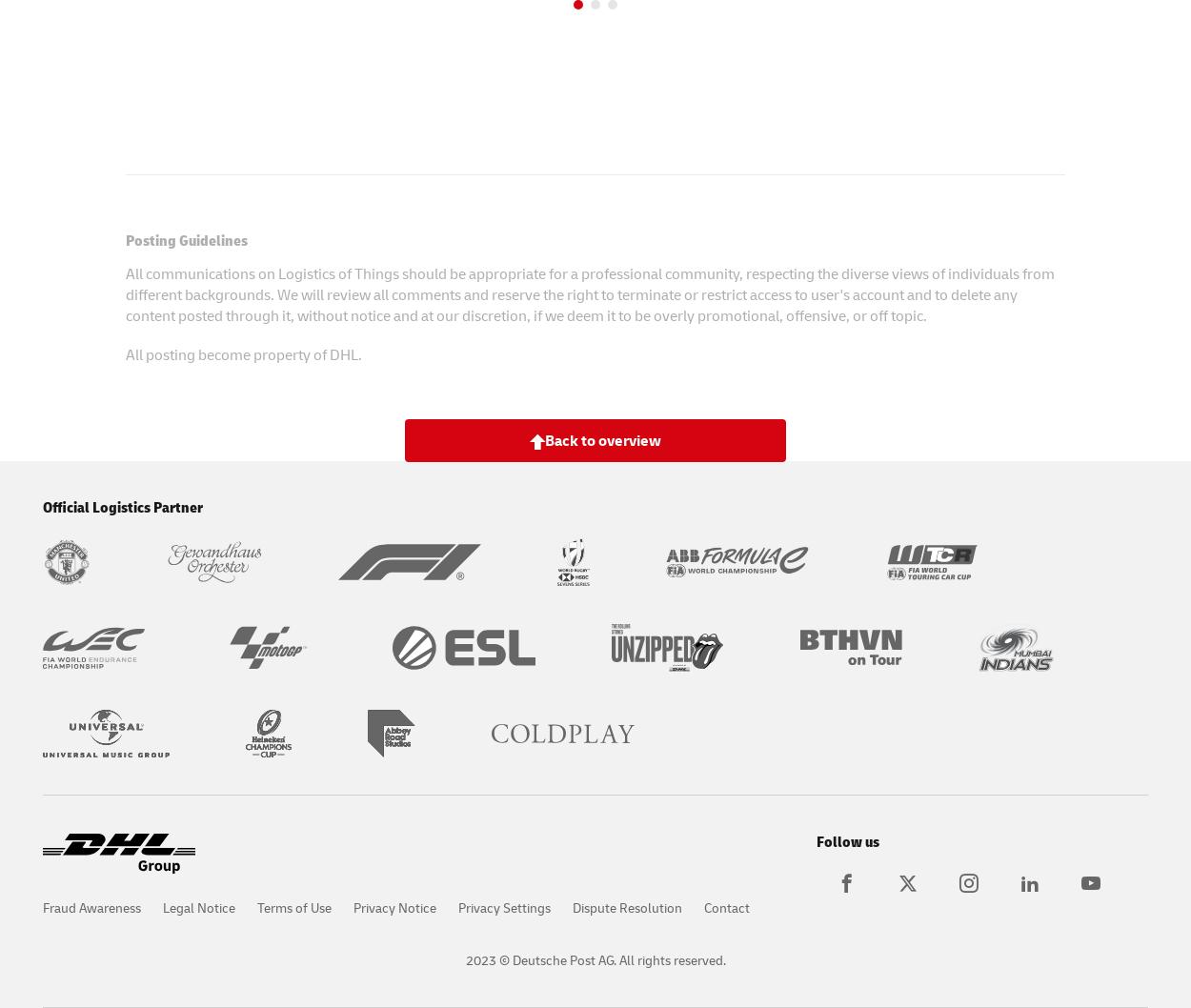 The height and width of the screenshot is (1008, 1191). Describe the element at coordinates (185, 238) in the screenshot. I see `'Posting Guidelines'` at that location.